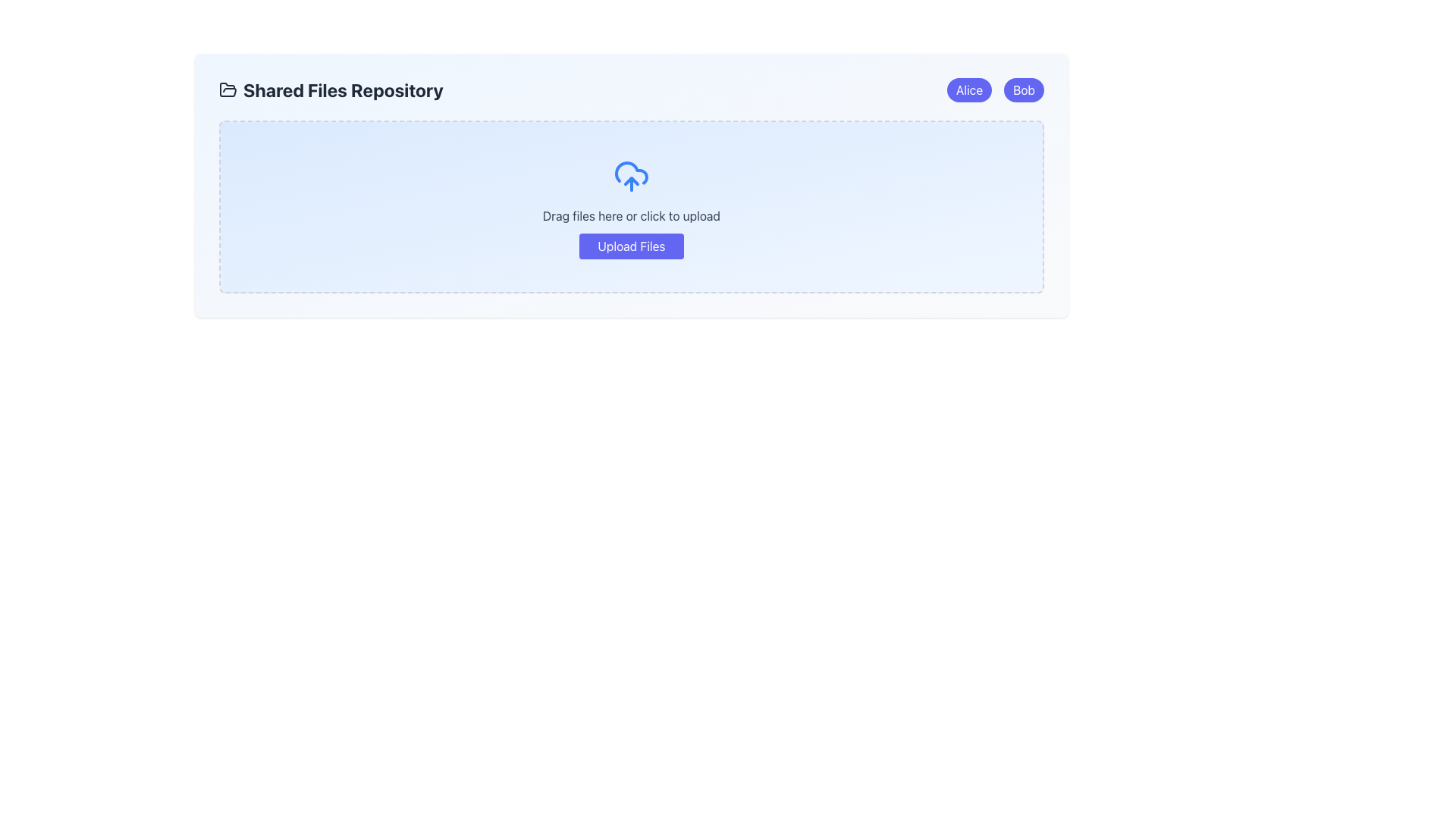  Describe the element at coordinates (995, 90) in the screenshot. I see `the pill-shaped buttons labeled 'Alice' and 'Bob' with a purple background located in the top-right of the bar above the main interface` at that location.